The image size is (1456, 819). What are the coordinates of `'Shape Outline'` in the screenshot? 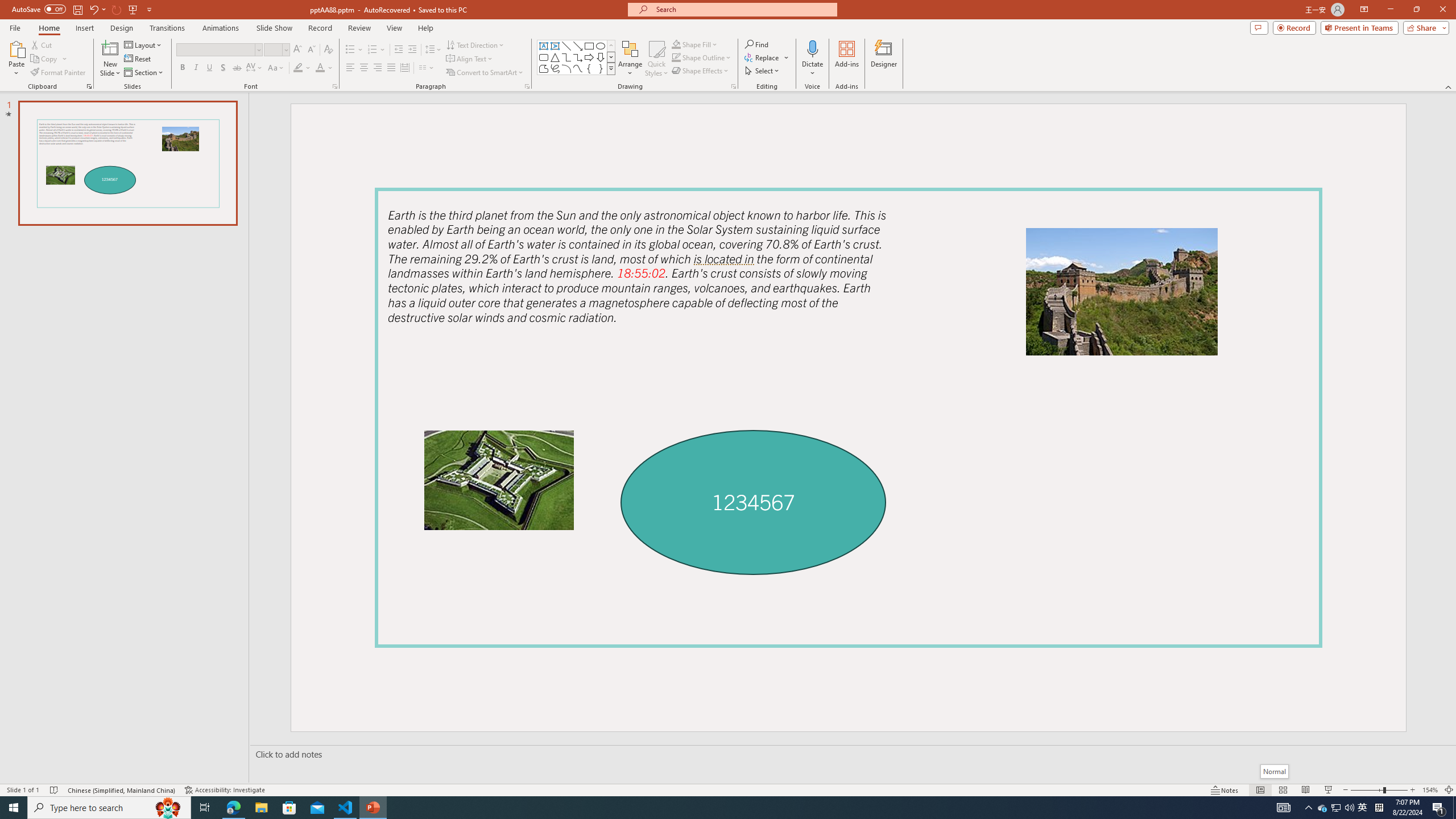 It's located at (701, 56).